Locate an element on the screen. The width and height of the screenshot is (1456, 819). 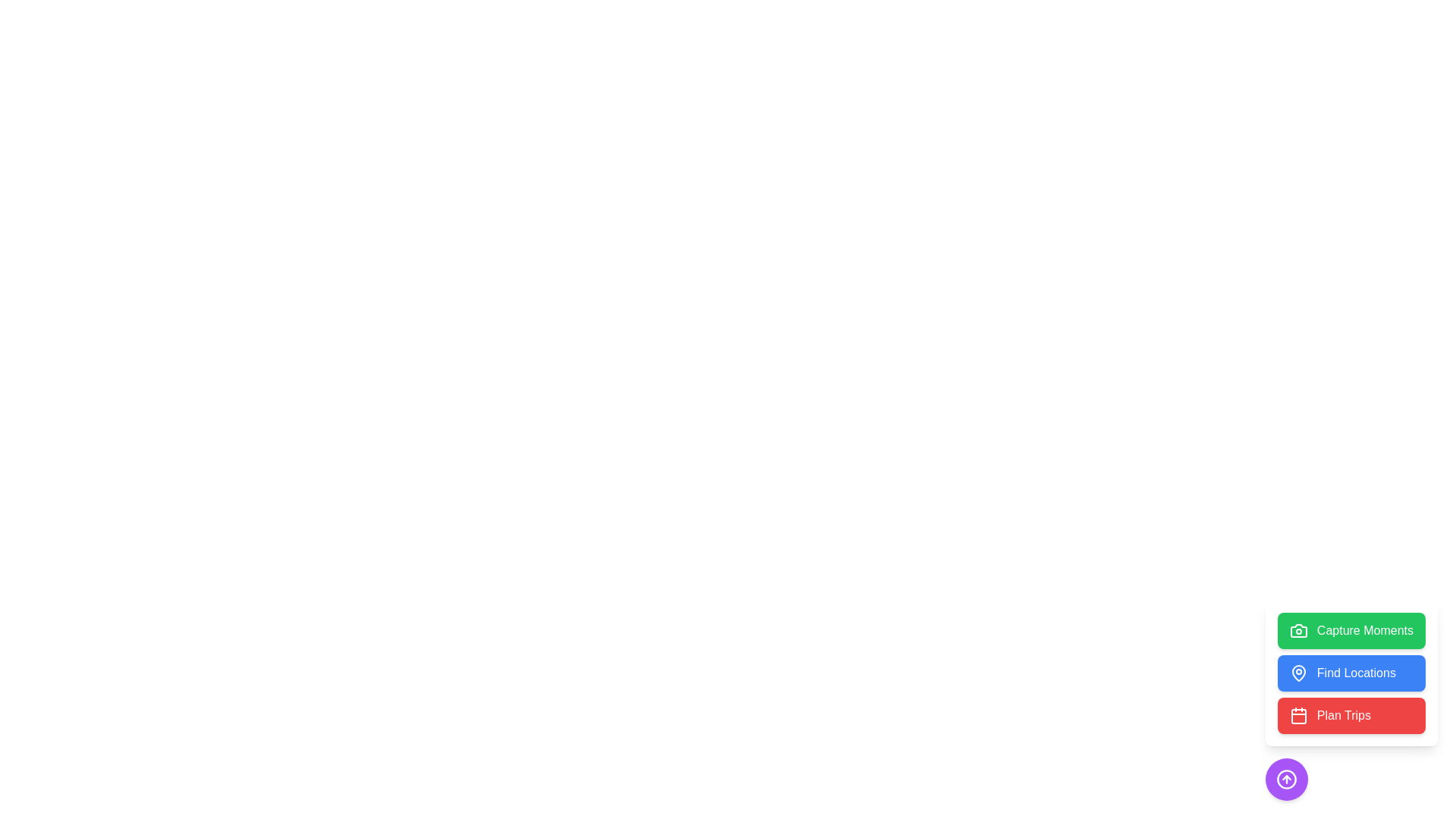
'Find Locations' button to initiate the location search is located at coordinates (1351, 672).